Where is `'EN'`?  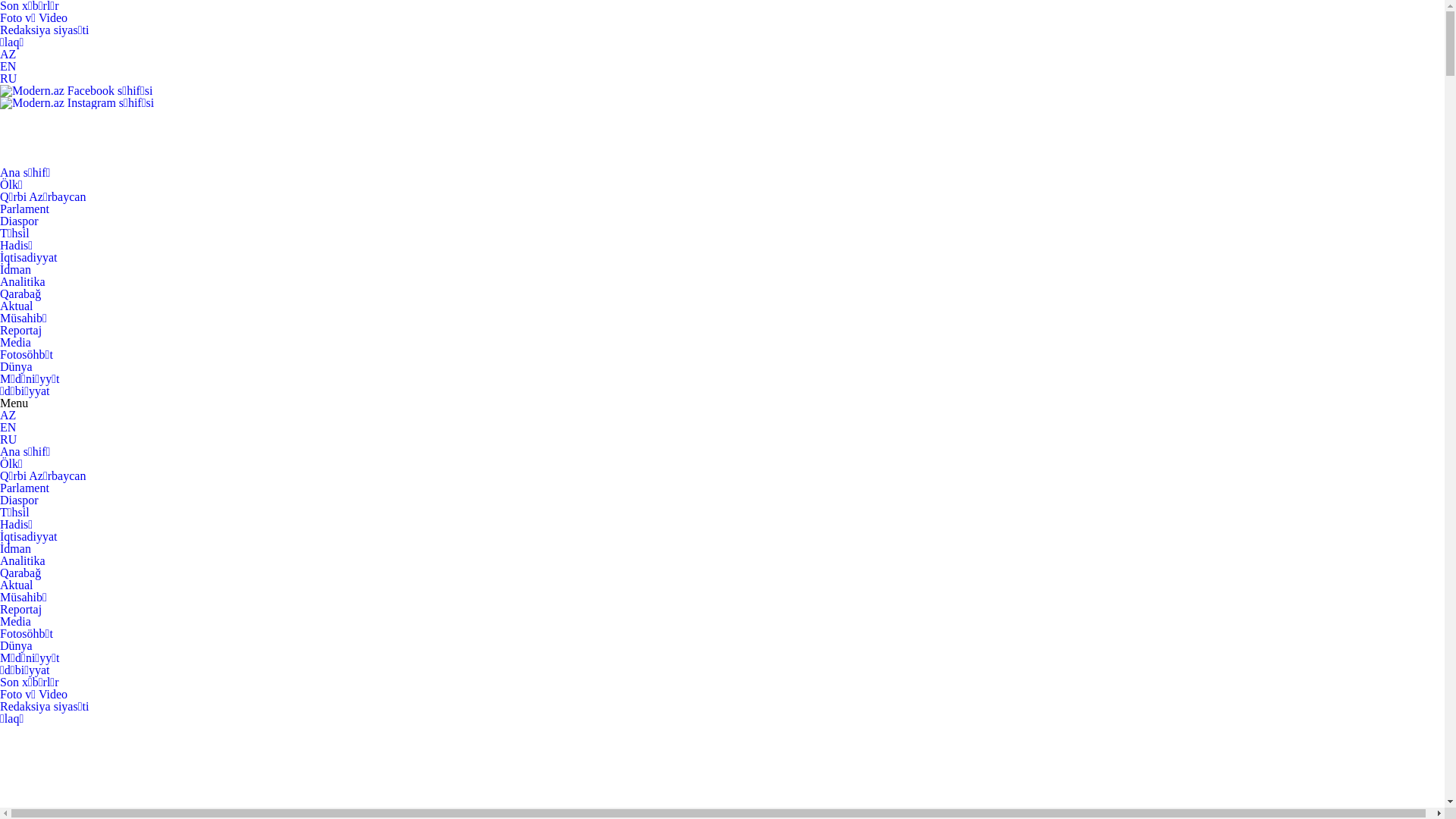 'EN' is located at coordinates (8, 427).